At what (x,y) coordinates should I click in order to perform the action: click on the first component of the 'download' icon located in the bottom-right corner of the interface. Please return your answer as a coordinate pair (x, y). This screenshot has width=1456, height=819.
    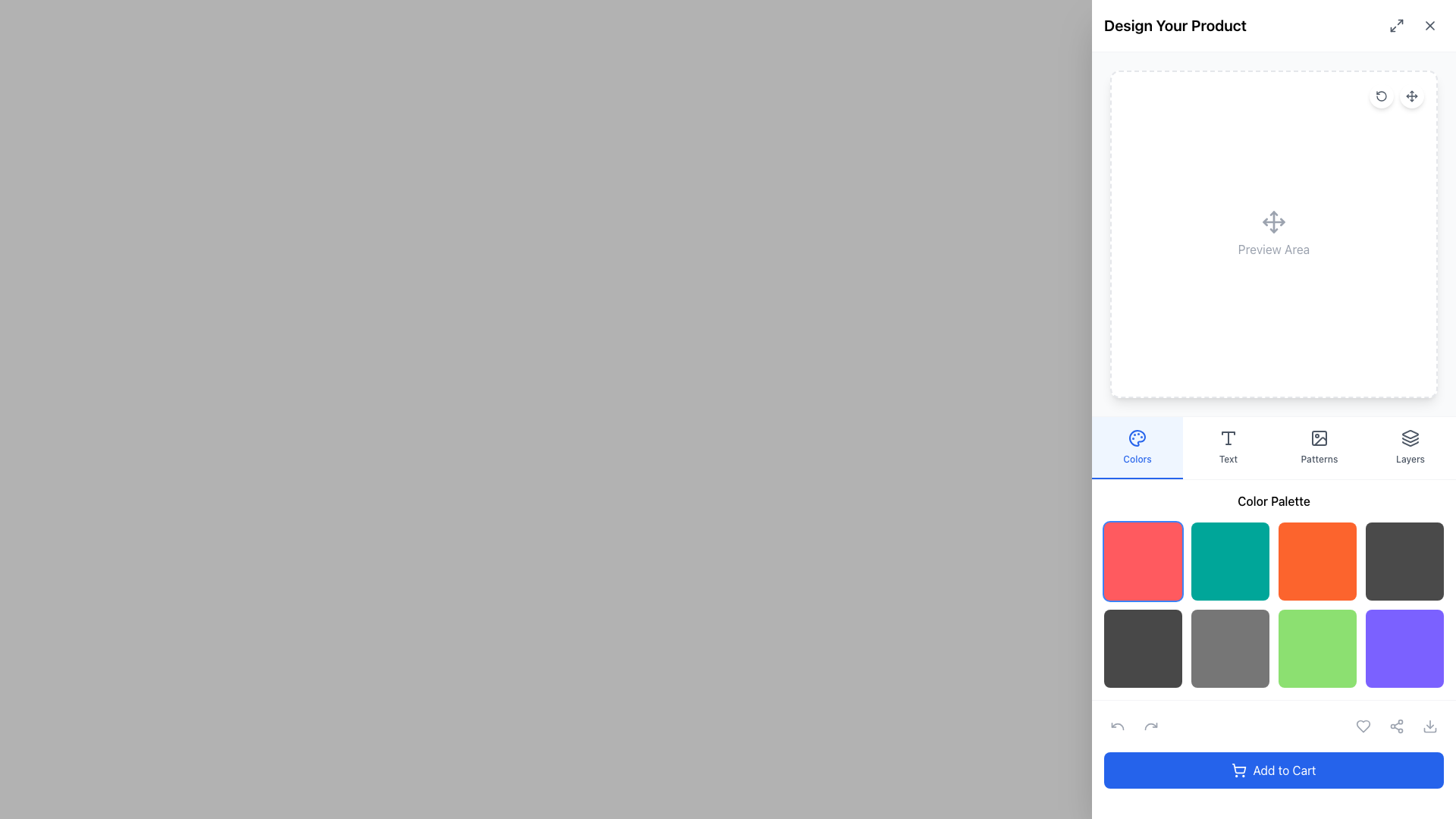
    Looking at the image, I should click on (1429, 730).